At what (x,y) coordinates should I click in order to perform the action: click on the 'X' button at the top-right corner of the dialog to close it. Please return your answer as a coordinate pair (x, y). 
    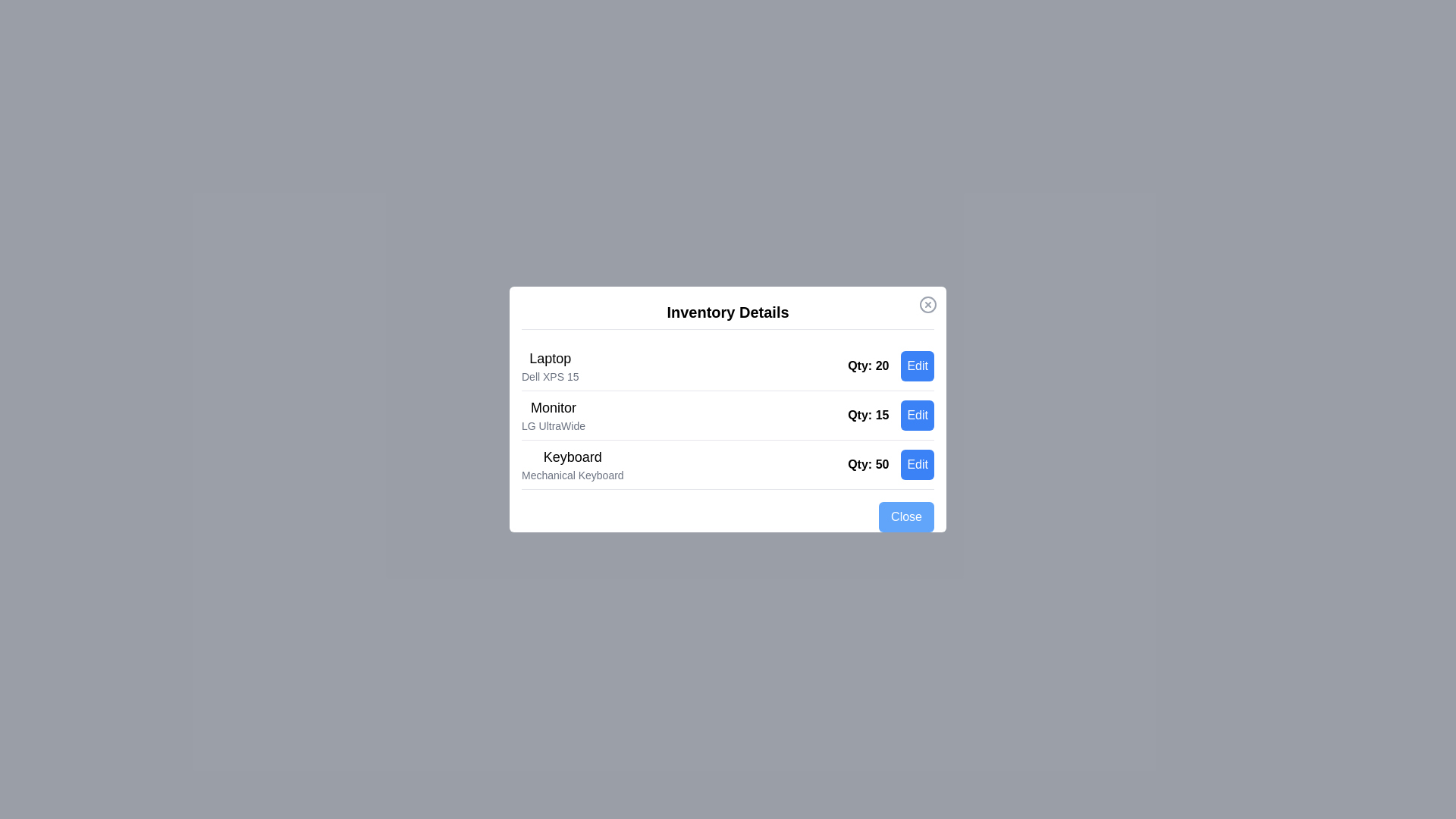
    Looking at the image, I should click on (927, 304).